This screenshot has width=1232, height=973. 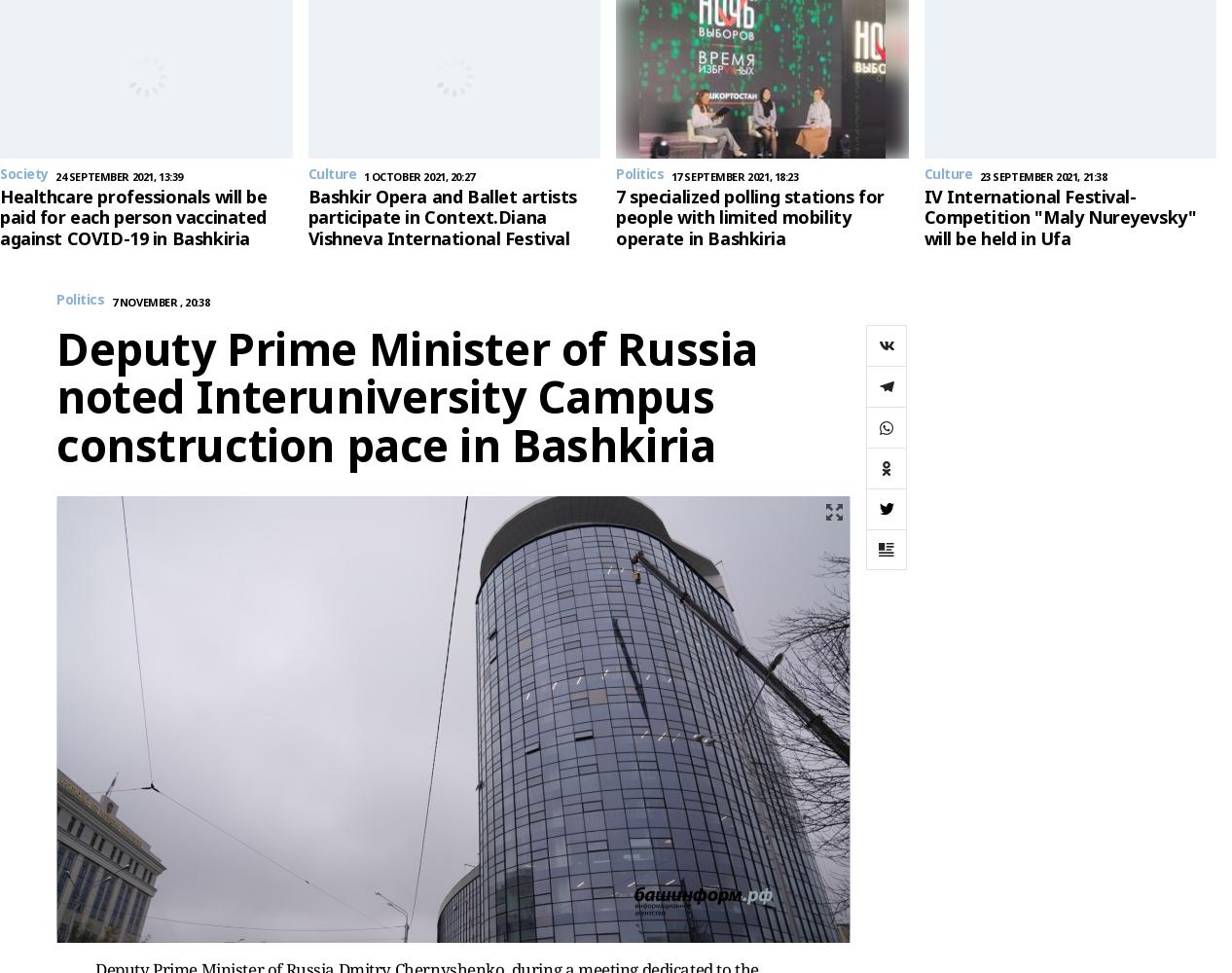 I want to click on 'Society', so click(x=22, y=173).